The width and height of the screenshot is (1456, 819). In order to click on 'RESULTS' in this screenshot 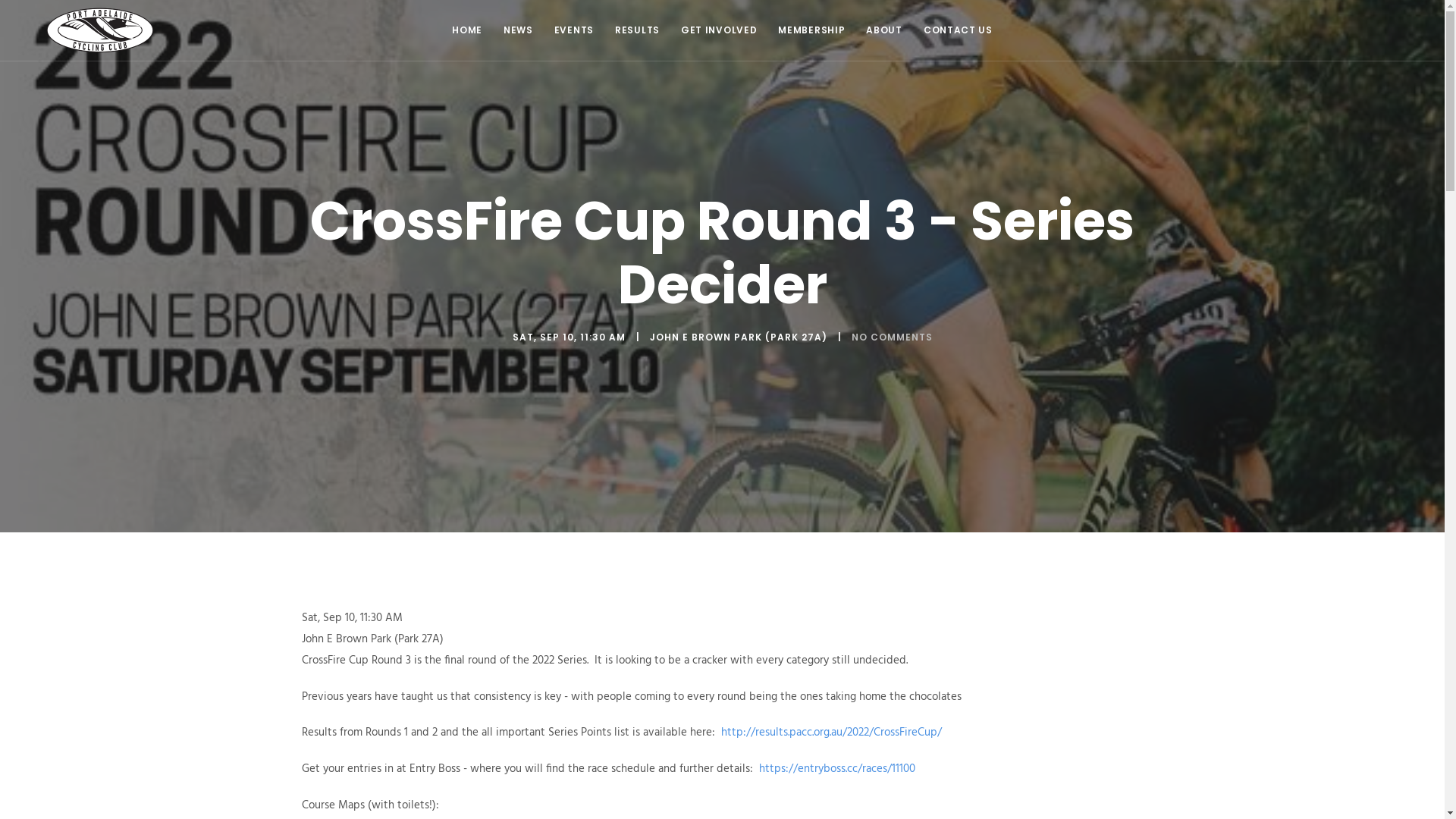, I will do `click(637, 30)`.